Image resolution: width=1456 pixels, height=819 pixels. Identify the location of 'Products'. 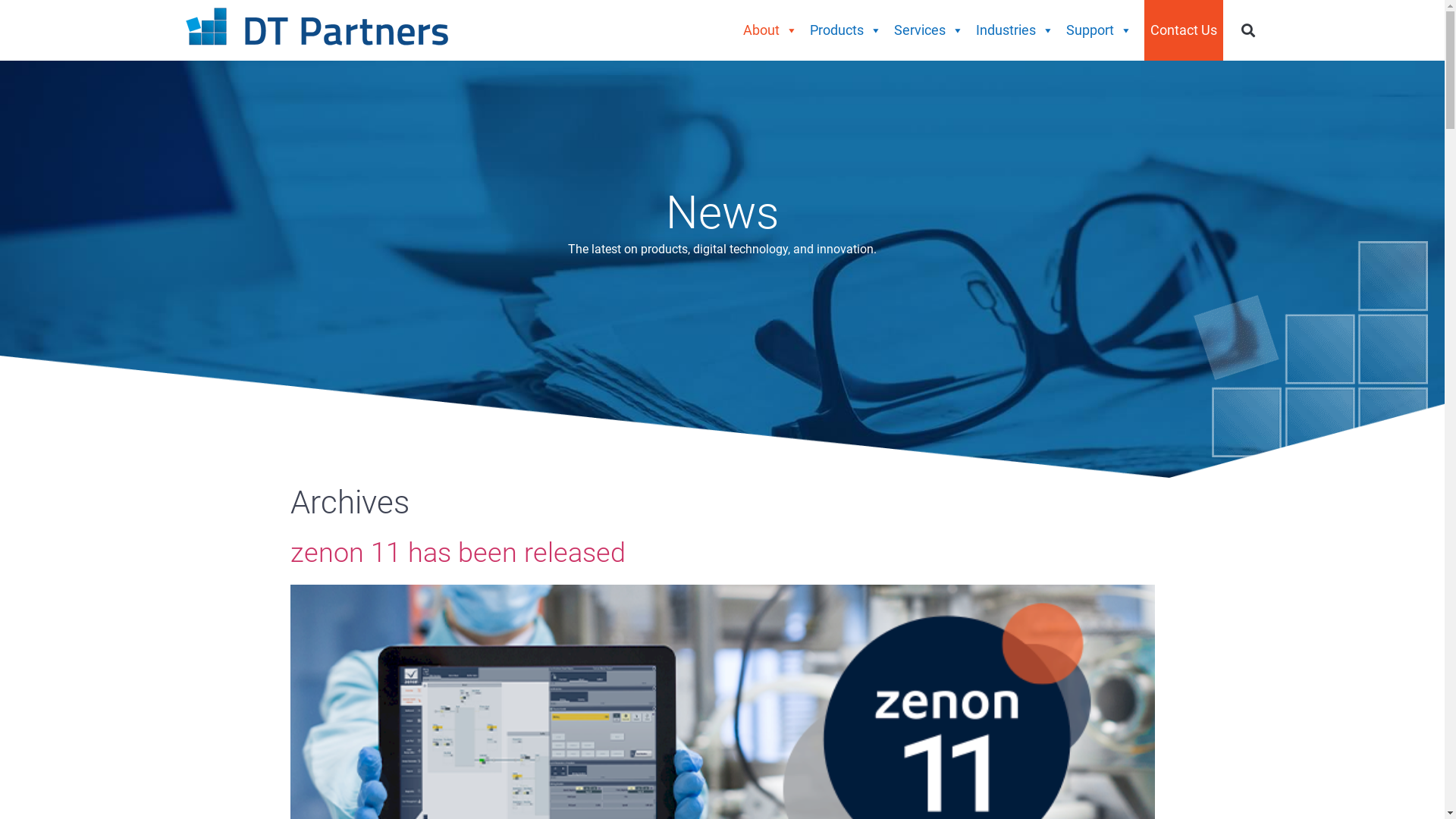
(845, 30).